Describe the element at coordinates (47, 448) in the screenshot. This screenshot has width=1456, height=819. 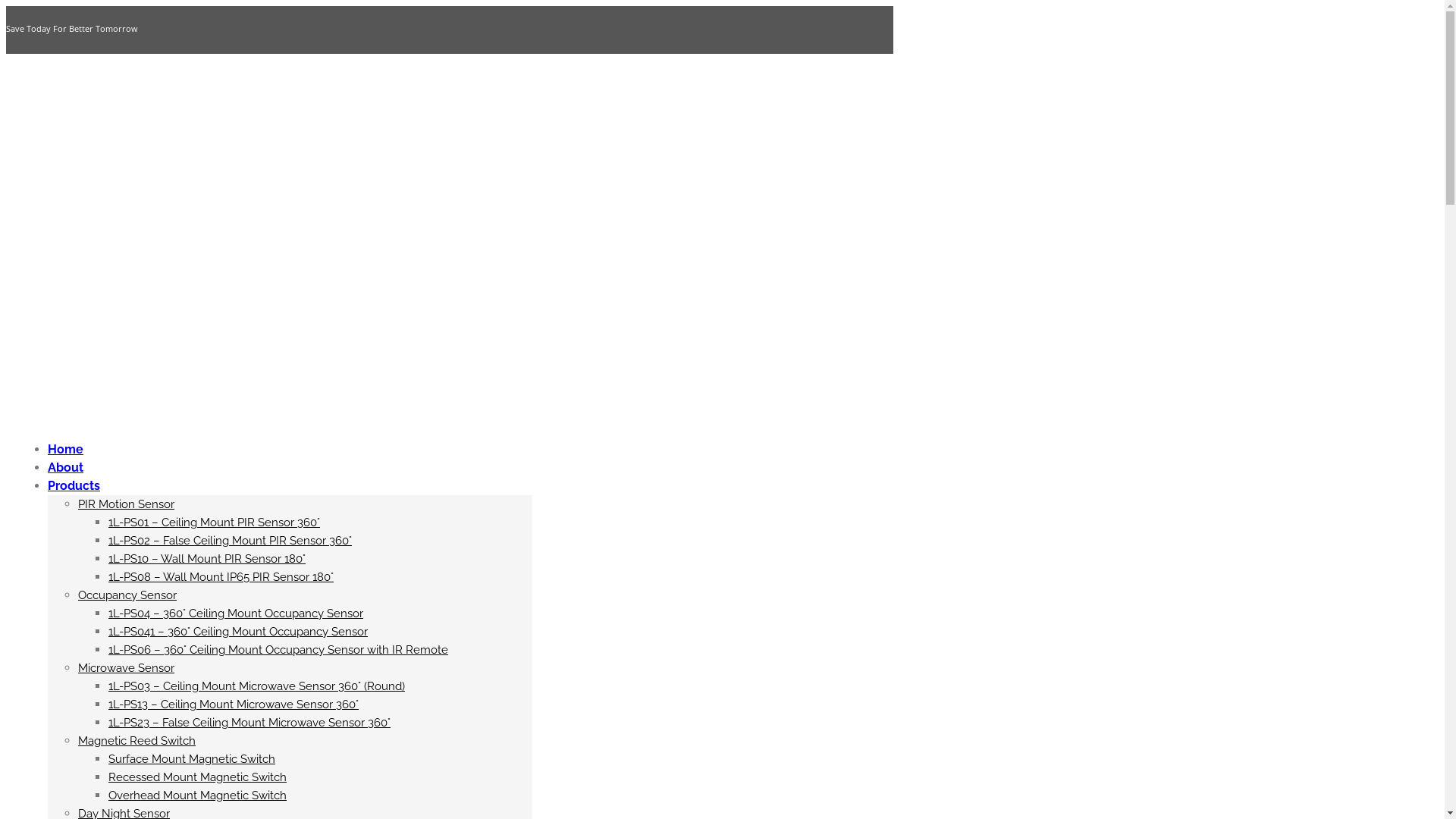
I see `'Home'` at that location.